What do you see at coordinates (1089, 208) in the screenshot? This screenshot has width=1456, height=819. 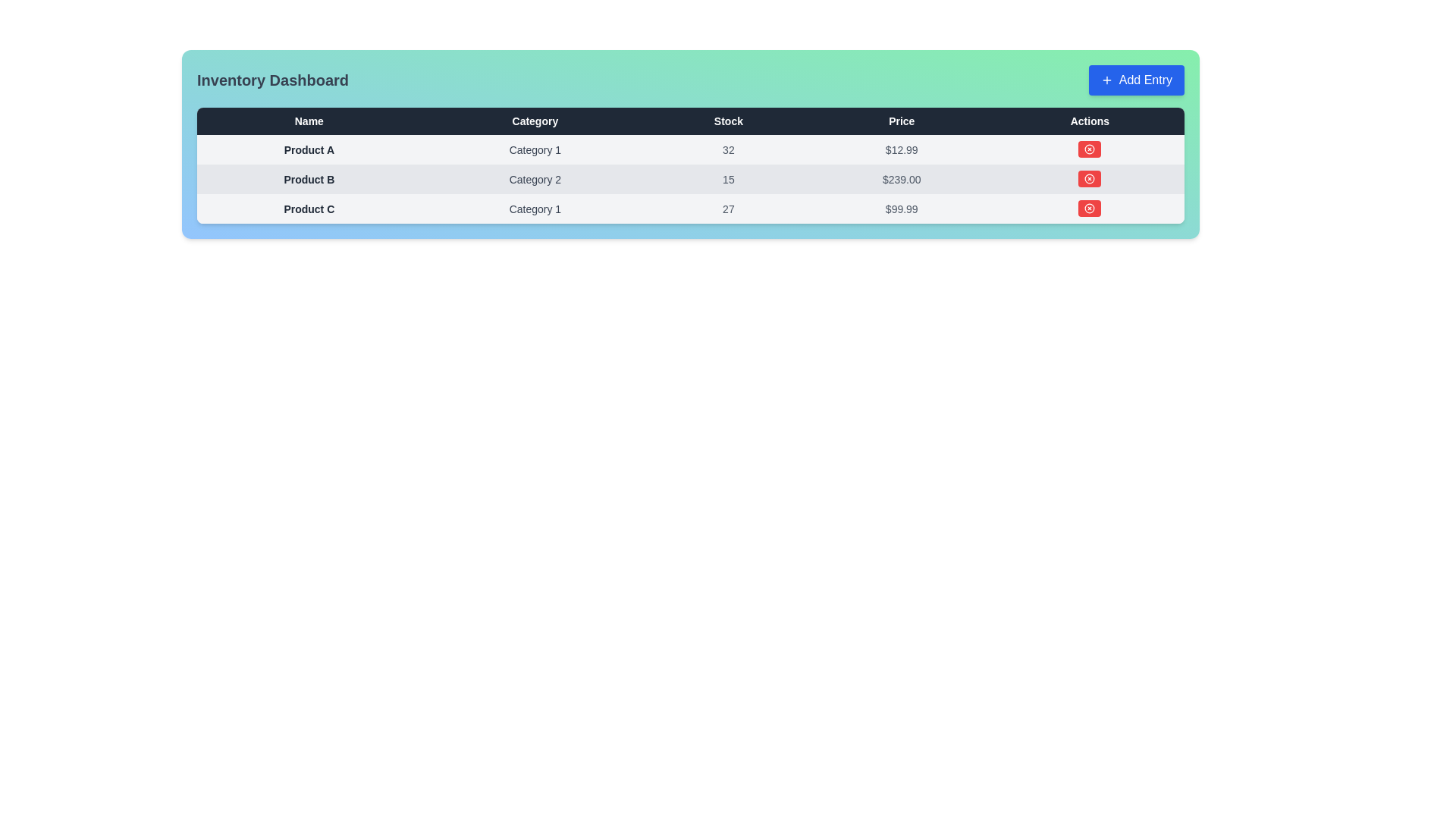 I see `the delete button in the 'Actions' column of the second row` at bounding box center [1089, 208].